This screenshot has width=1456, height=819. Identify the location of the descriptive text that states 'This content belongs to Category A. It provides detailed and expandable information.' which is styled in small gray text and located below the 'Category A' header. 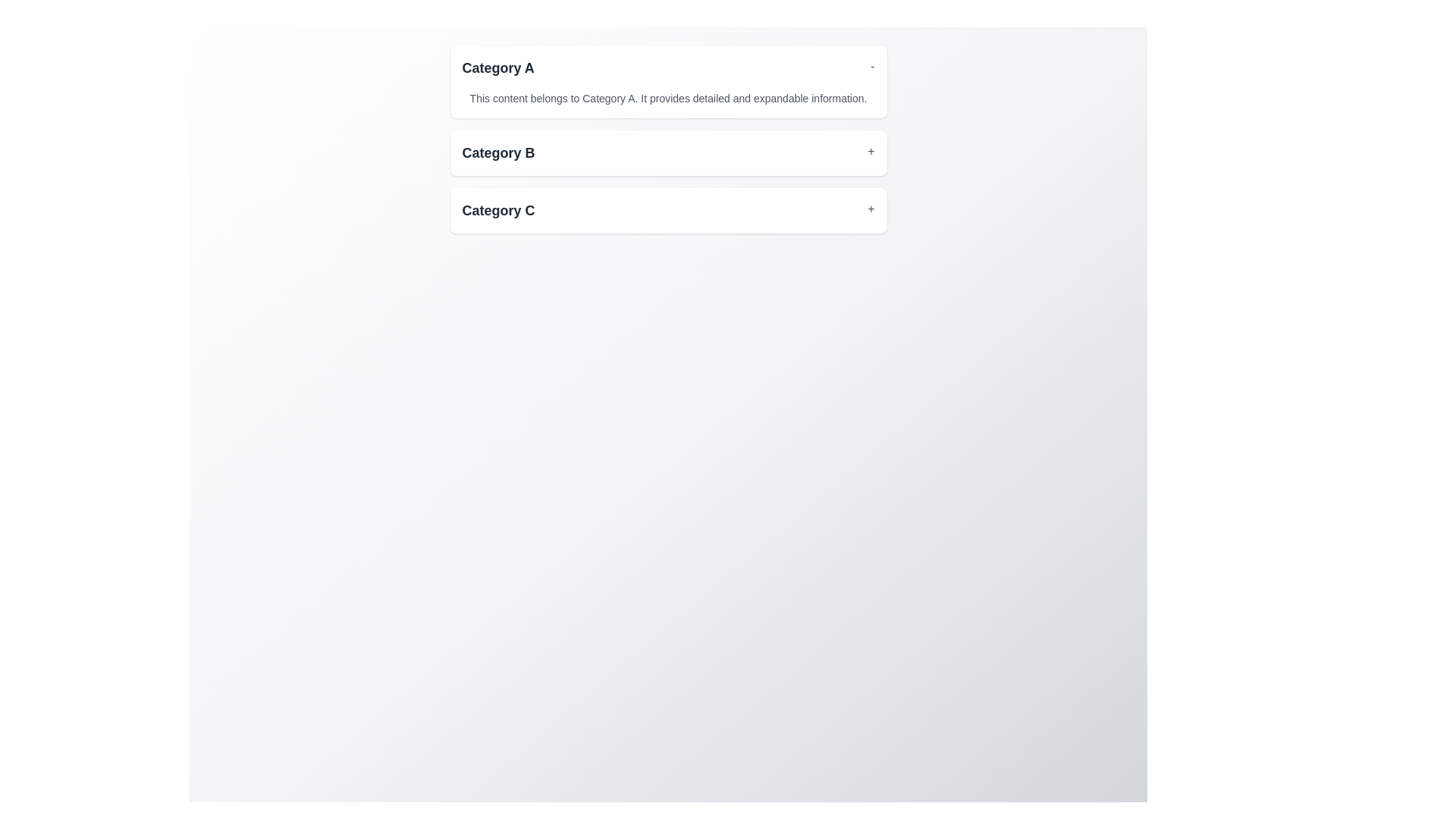
(667, 93).